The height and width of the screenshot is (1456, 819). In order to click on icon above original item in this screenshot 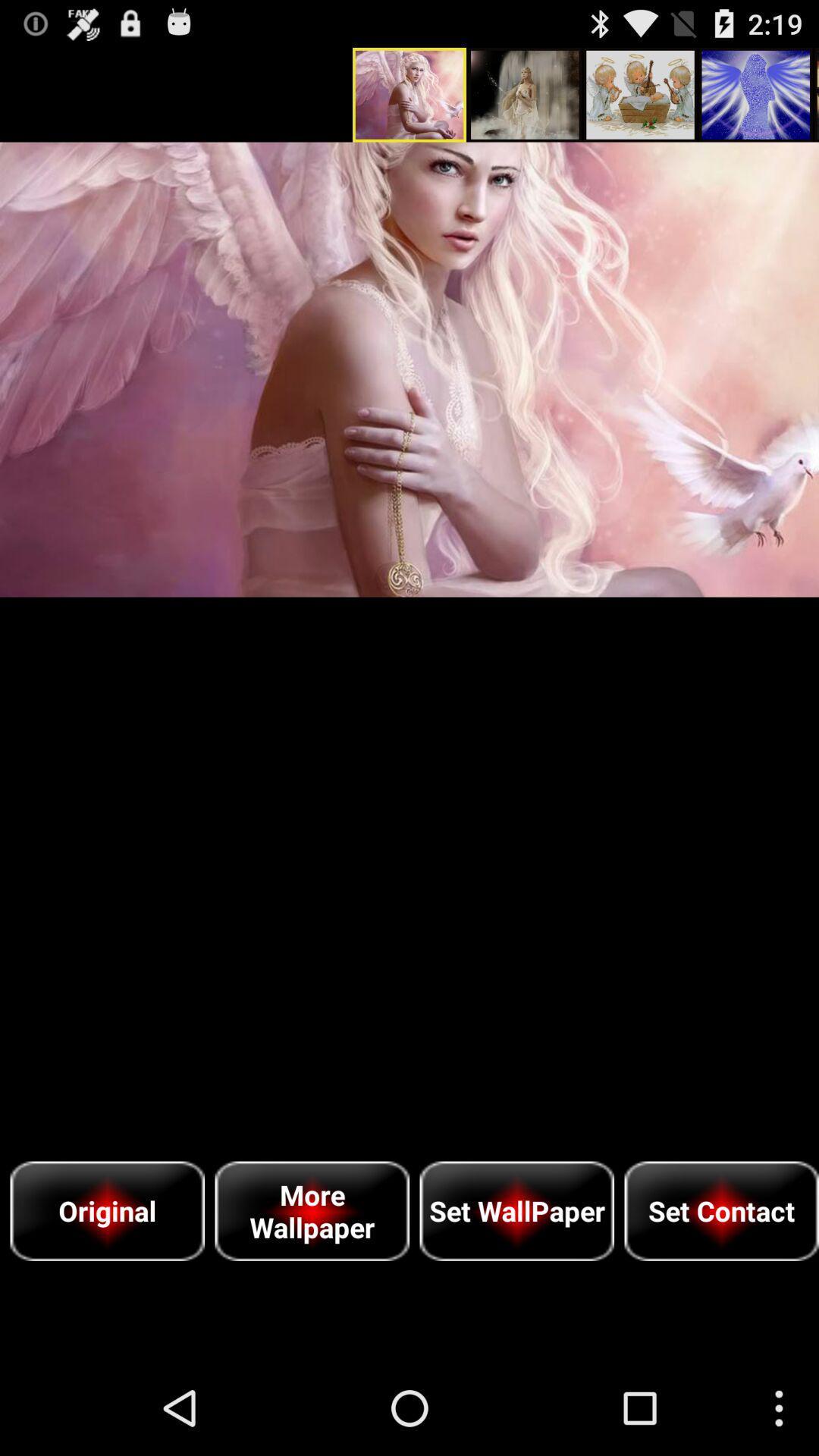, I will do `click(409, 369)`.